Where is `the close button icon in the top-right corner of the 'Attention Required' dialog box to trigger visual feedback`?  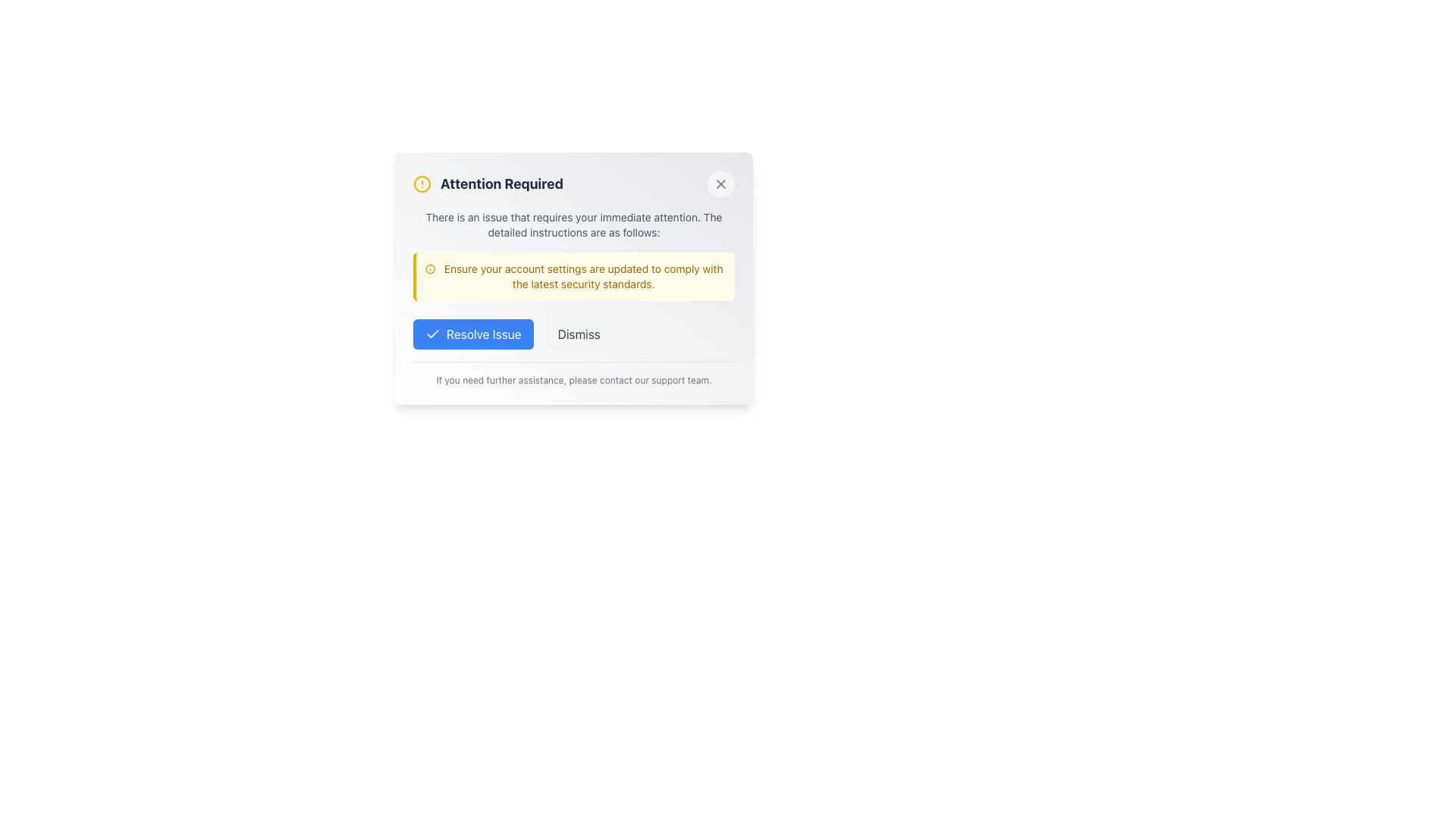 the close button icon in the top-right corner of the 'Attention Required' dialog box to trigger visual feedback is located at coordinates (720, 184).